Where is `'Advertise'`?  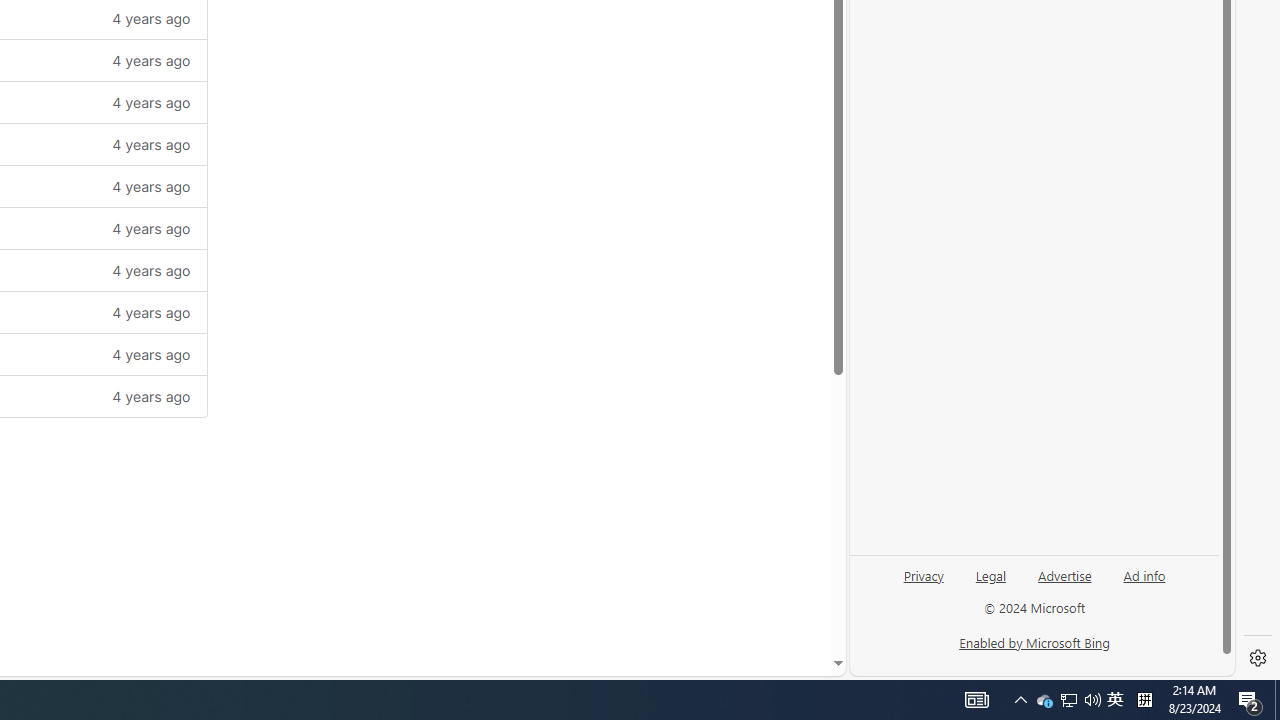
'Advertise' is located at coordinates (1063, 583).